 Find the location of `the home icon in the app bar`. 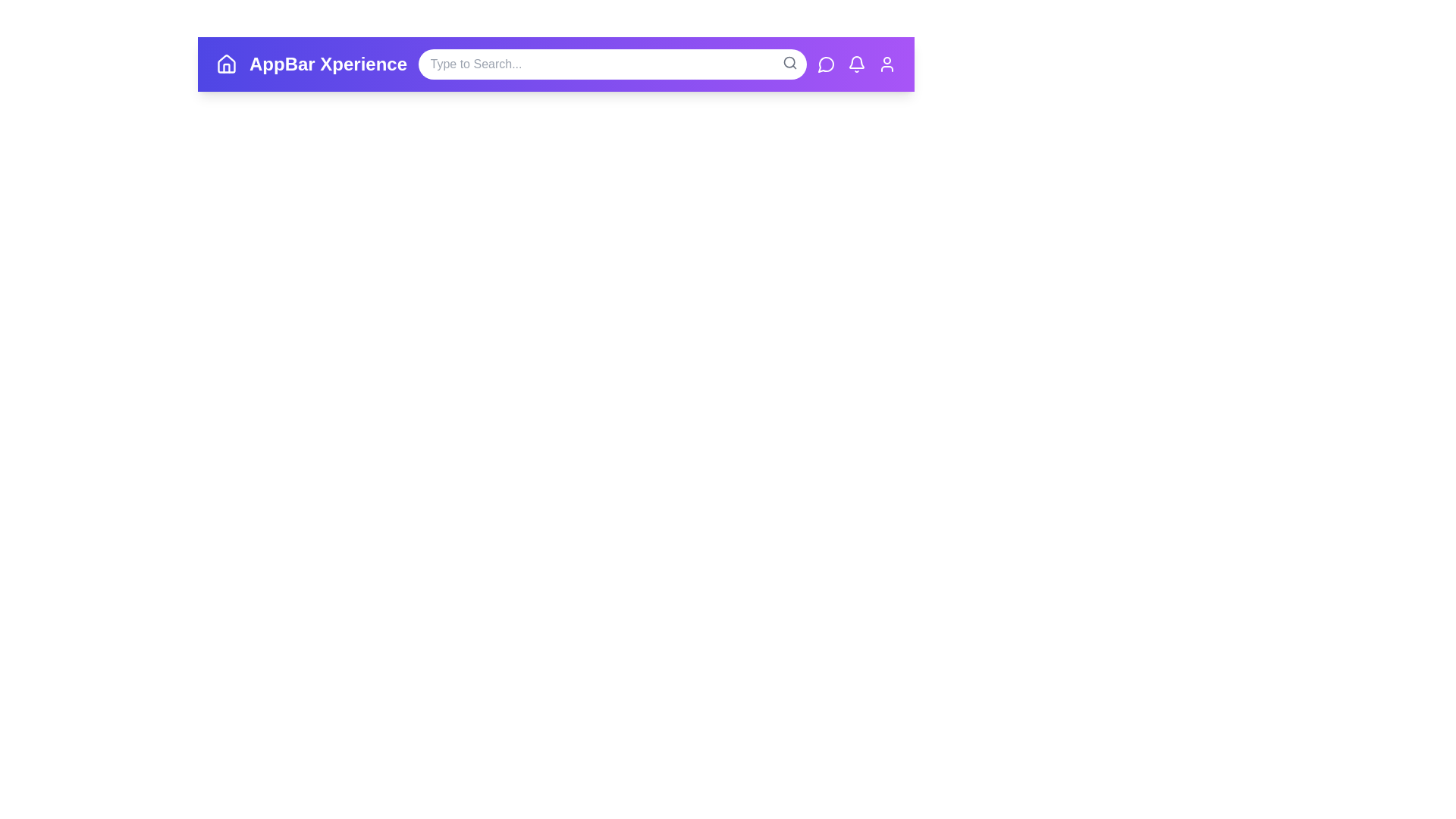

the home icon in the app bar is located at coordinates (225, 63).